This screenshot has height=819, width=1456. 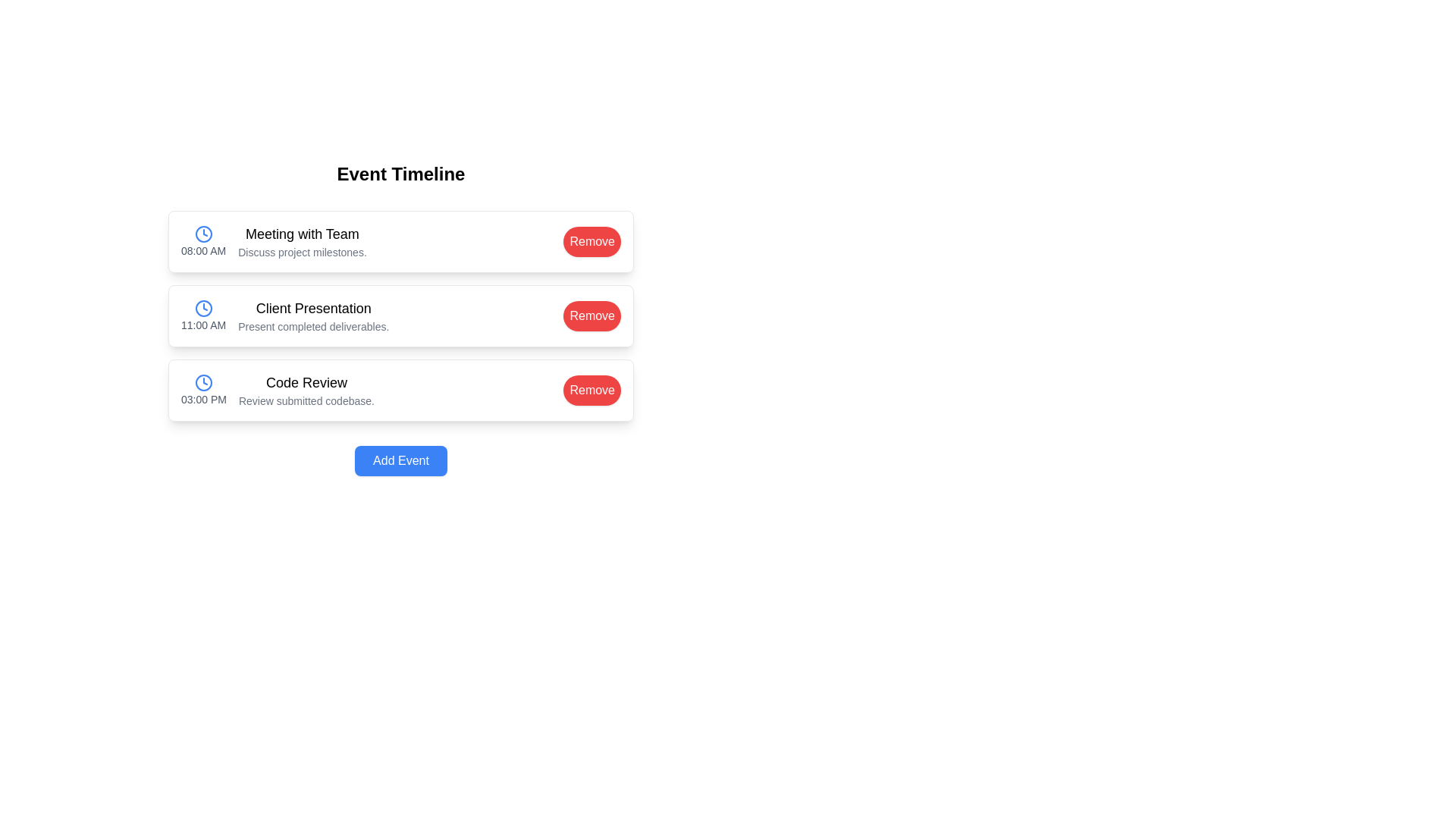 I want to click on the static text element that displays 'Meeting with Team', which is styled as a larger and bold header within the 'Event Timeline' section, so click(x=302, y=234).